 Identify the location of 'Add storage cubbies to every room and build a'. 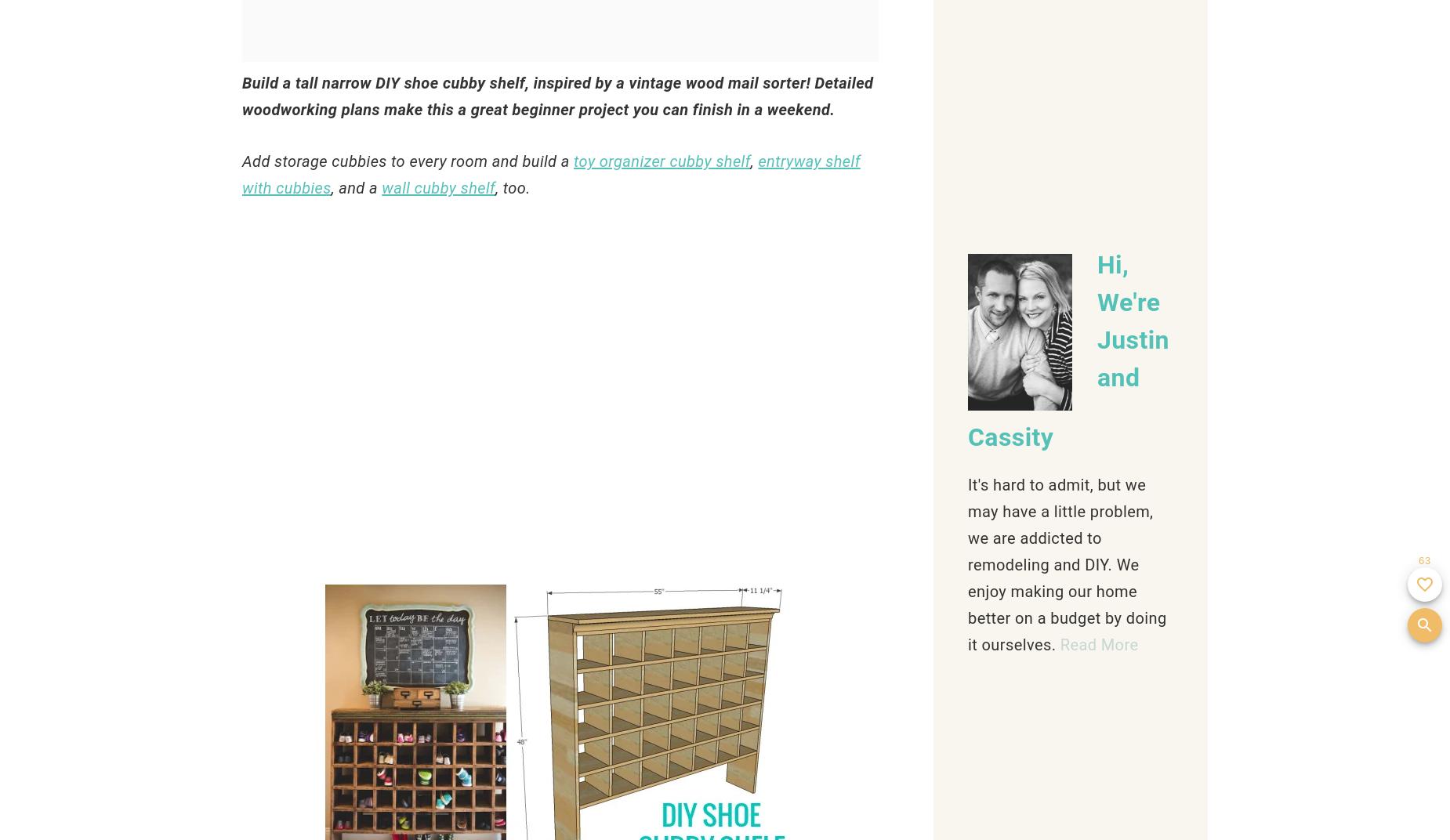
(408, 161).